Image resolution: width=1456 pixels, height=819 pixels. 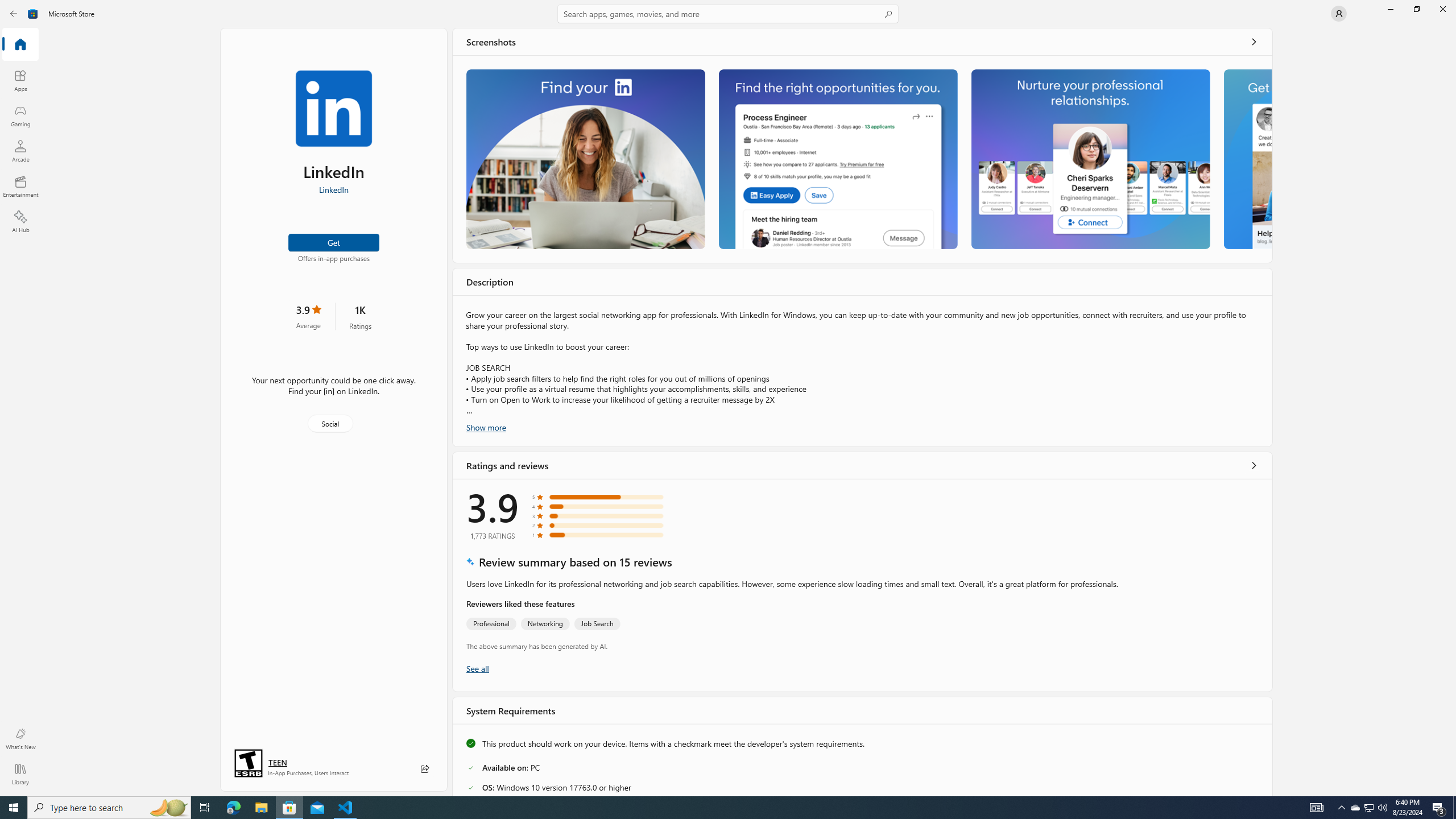 I want to click on 'Age rating: TEEN. Click for more information.', so click(x=276, y=762).